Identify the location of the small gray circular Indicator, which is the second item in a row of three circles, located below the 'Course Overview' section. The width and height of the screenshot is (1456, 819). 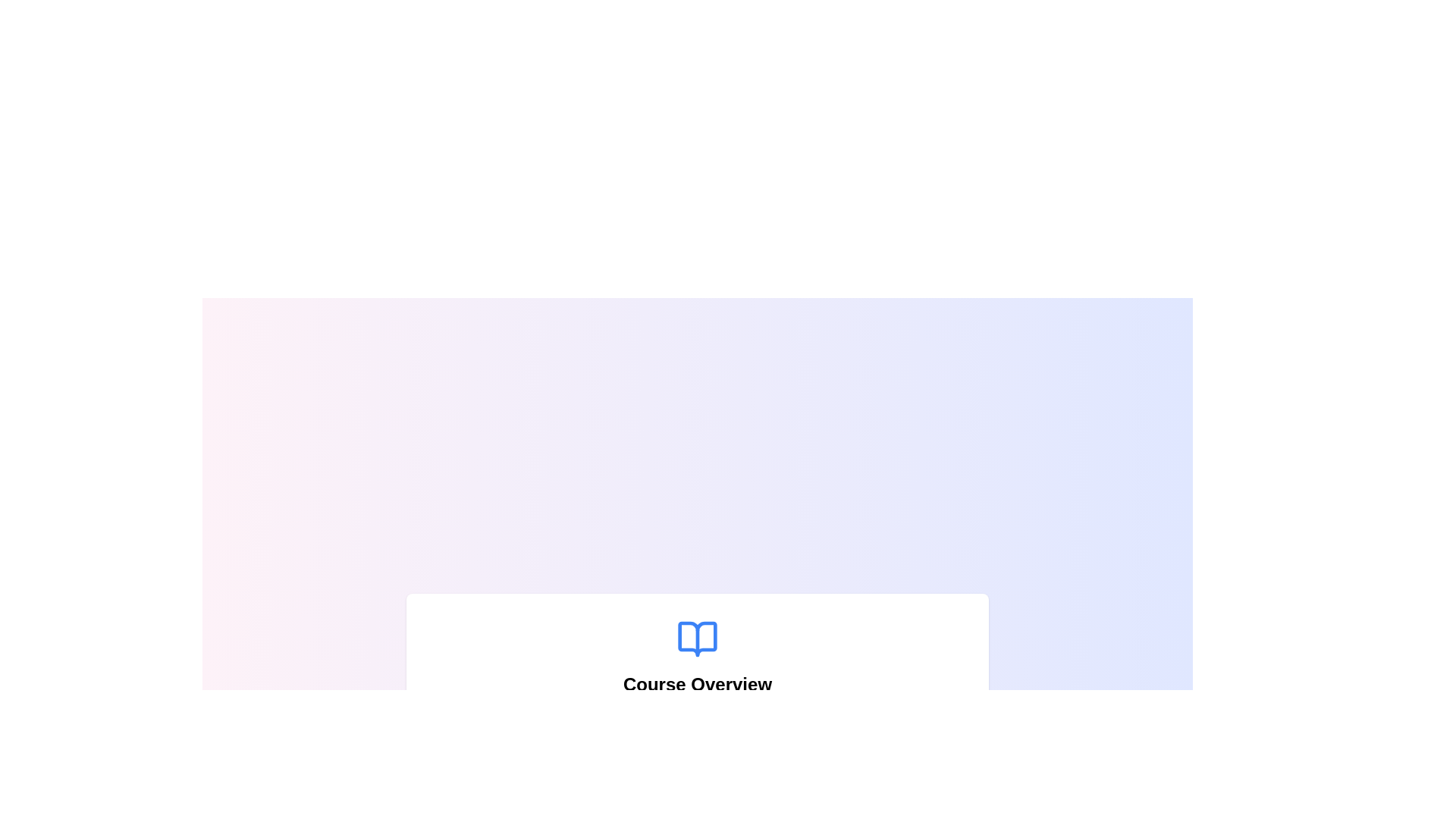
(697, 792).